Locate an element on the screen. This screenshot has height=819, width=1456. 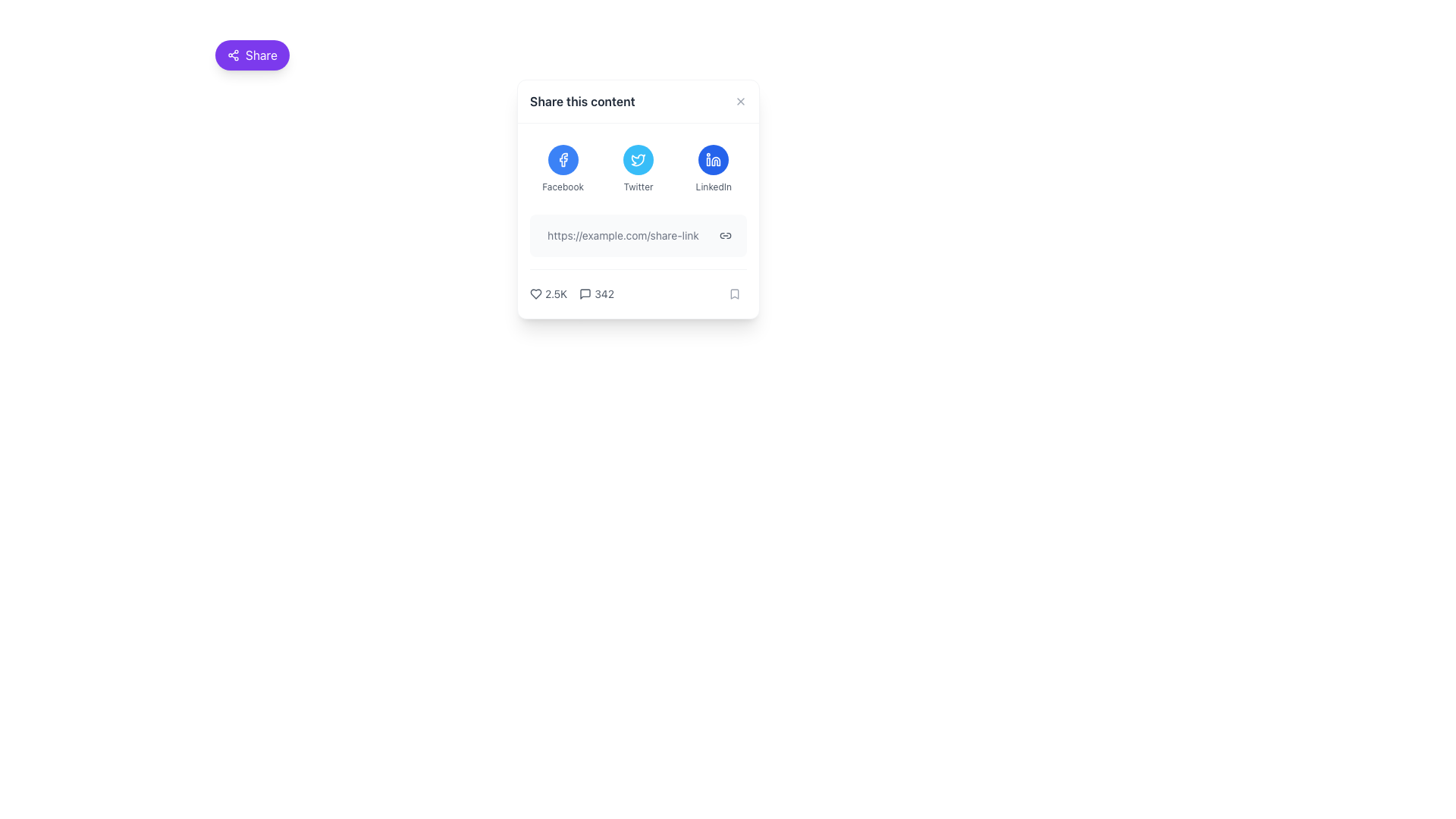
the Facebook sharing button located as the first button in a grid layout, preceding the Twitter and LinkedIn buttons is located at coordinates (562, 169).